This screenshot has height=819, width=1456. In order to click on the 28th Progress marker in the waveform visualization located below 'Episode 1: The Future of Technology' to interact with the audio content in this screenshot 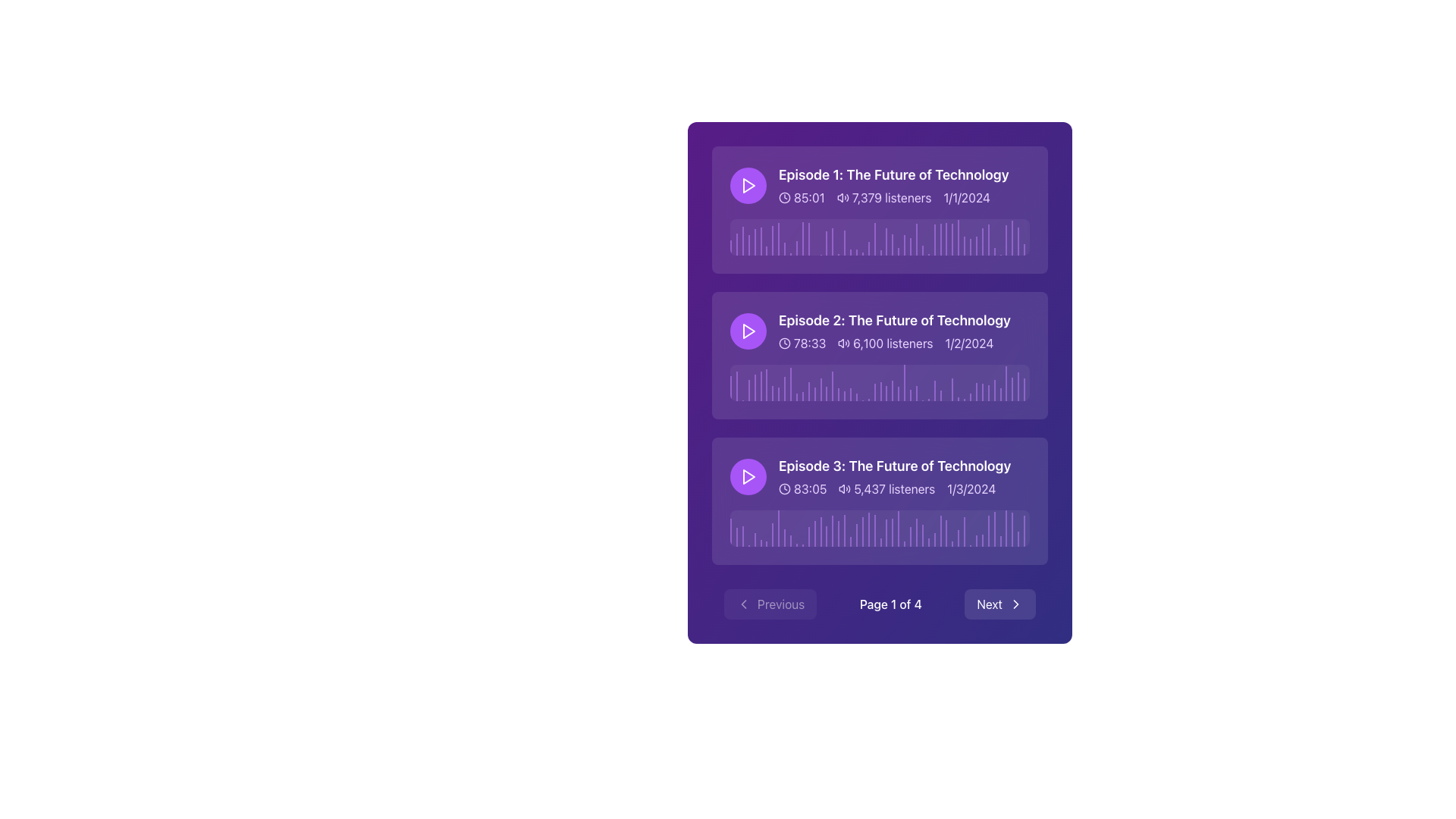, I will do `click(893, 244)`.